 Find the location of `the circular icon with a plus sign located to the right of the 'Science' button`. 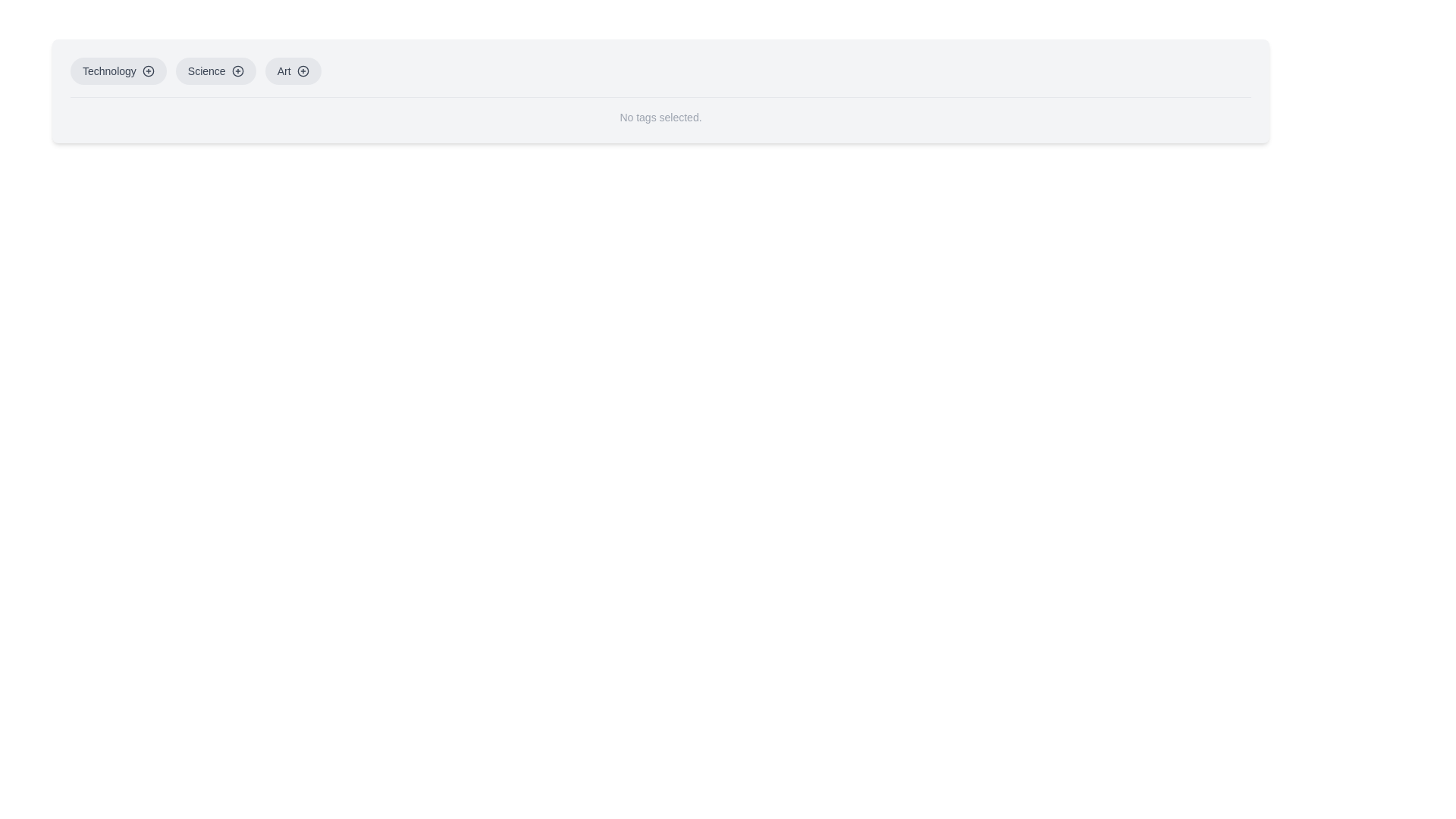

the circular icon with a plus sign located to the right of the 'Science' button is located at coordinates (237, 71).